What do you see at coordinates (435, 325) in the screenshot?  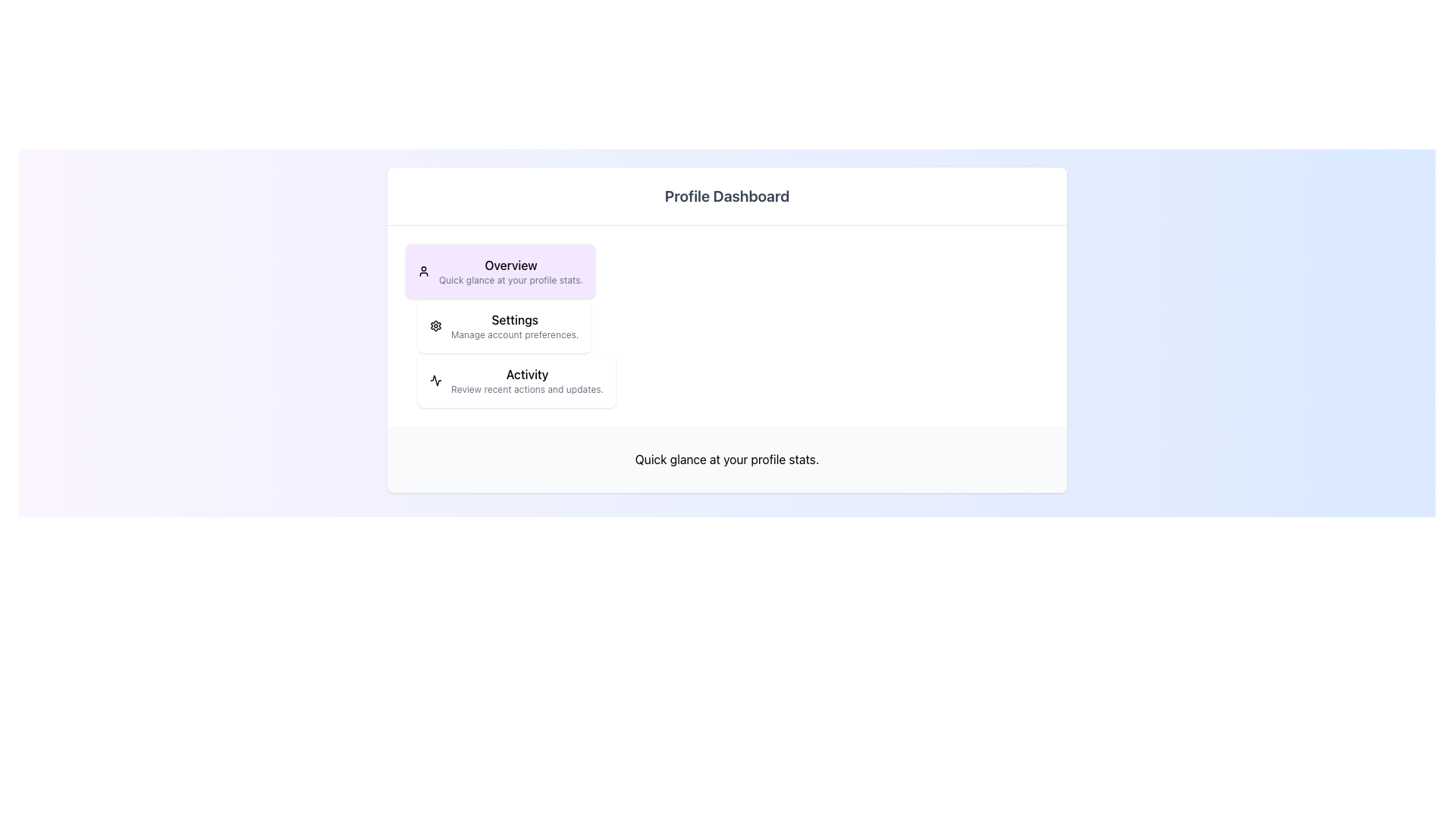 I see `the settings icon located next` at bounding box center [435, 325].